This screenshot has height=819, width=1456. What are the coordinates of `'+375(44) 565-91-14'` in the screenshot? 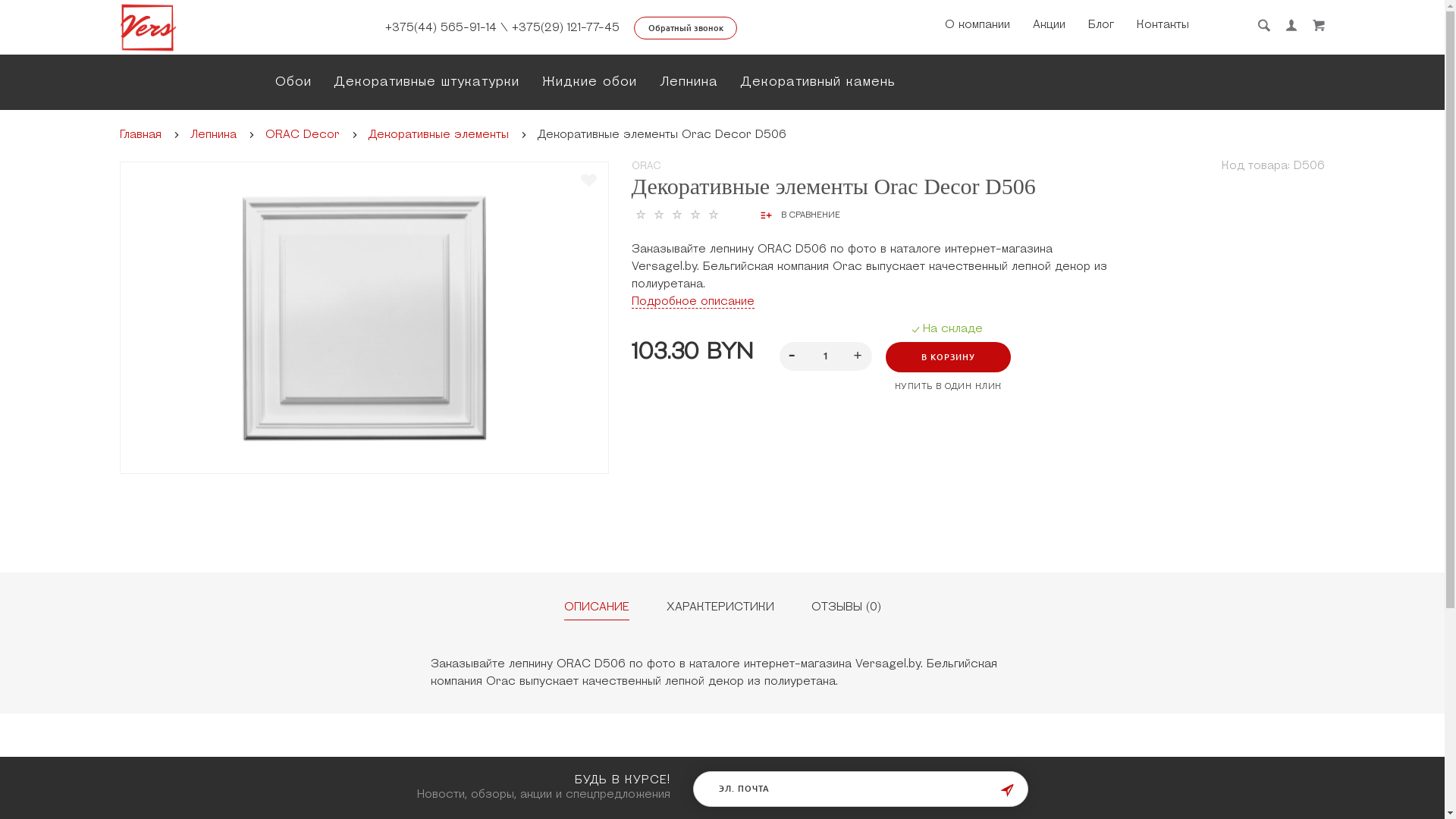 It's located at (385, 28).